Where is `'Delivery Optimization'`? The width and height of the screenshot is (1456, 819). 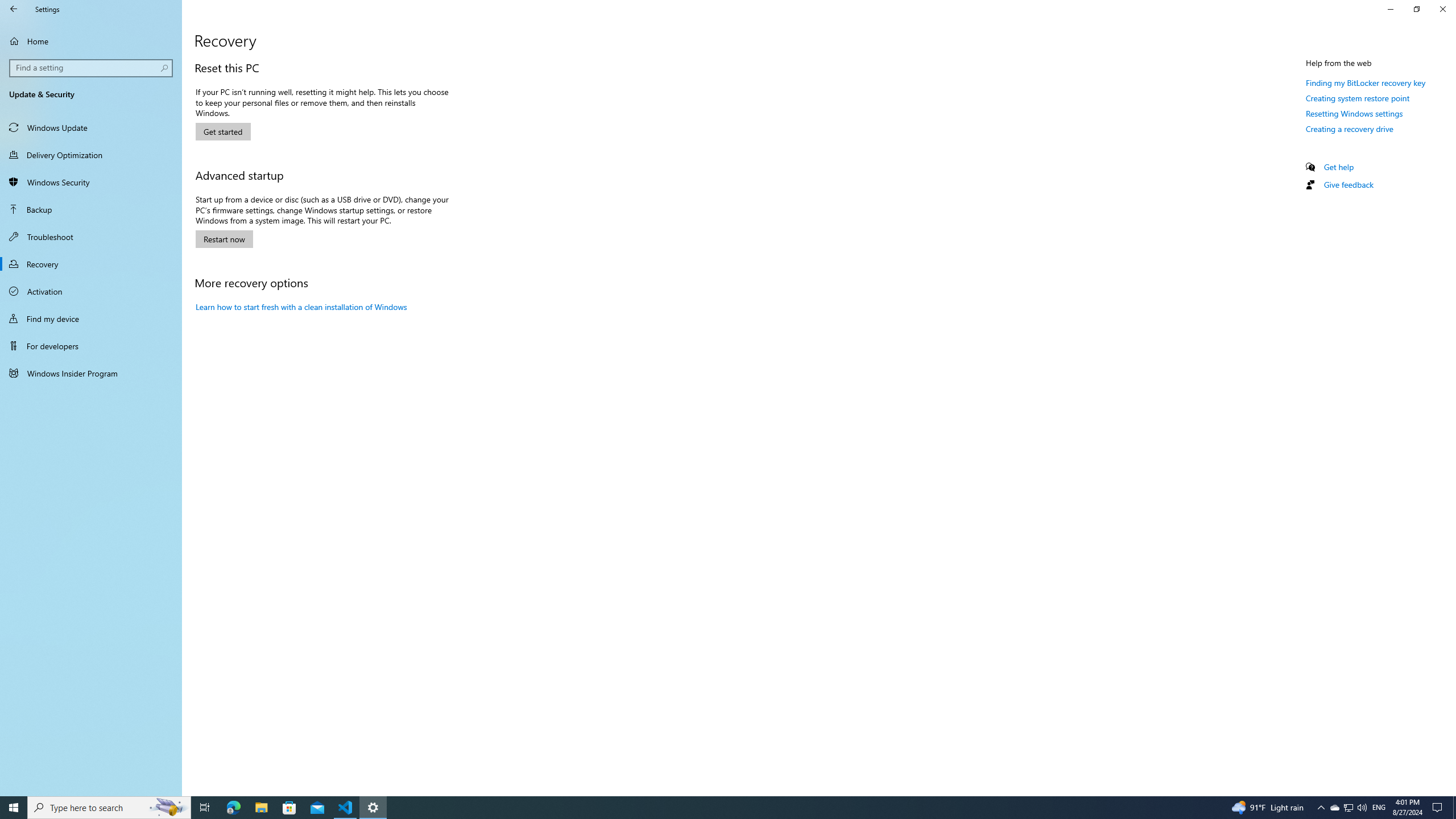
'Delivery Optimization' is located at coordinates (90, 154).